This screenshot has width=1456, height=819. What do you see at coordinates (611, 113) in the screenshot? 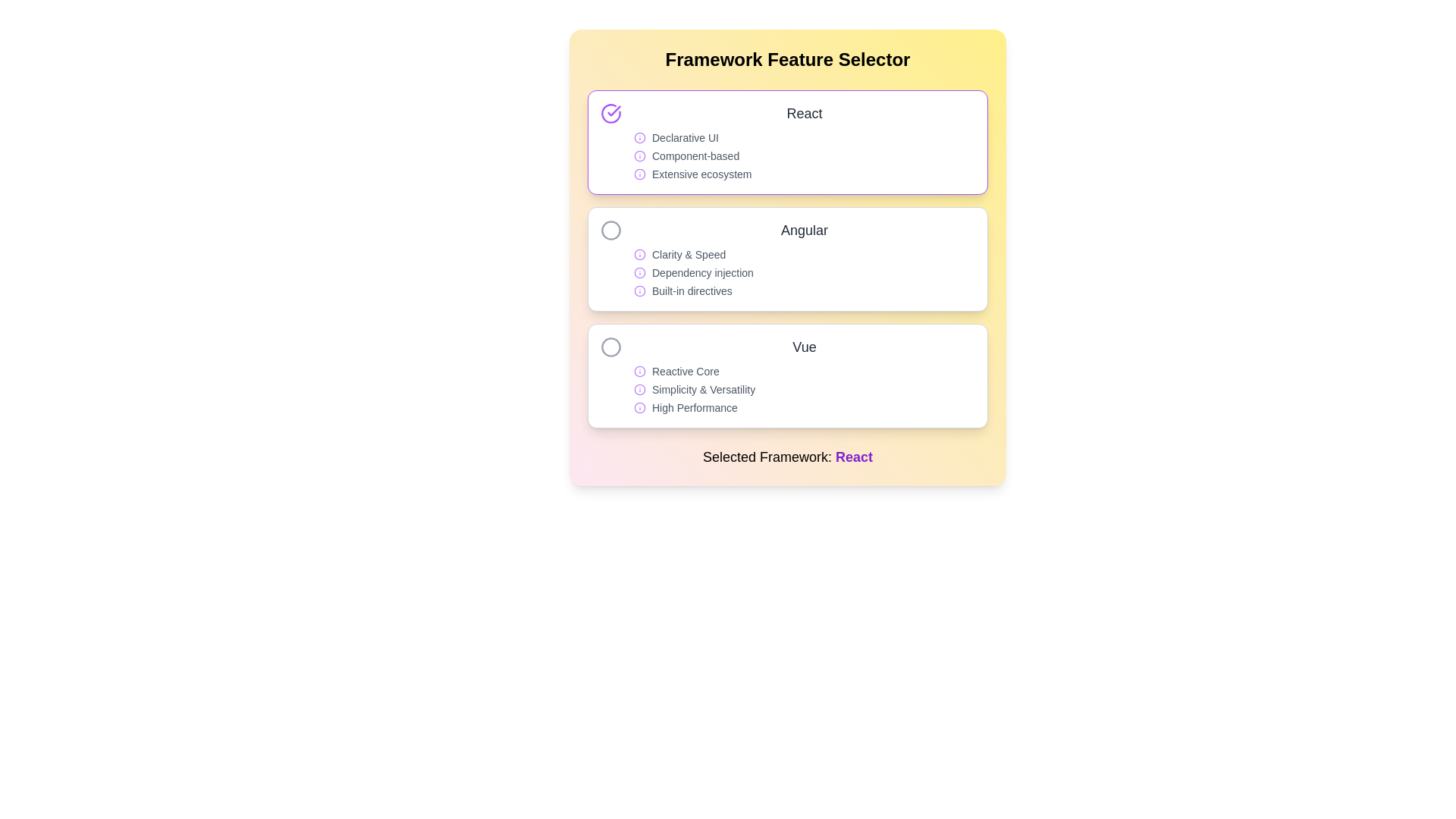
I see `the state of the SVG-based Icon that indicates selection or confirmation of the 'React' framework option, located in the top-left corner of the React section` at bounding box center [611, 113].